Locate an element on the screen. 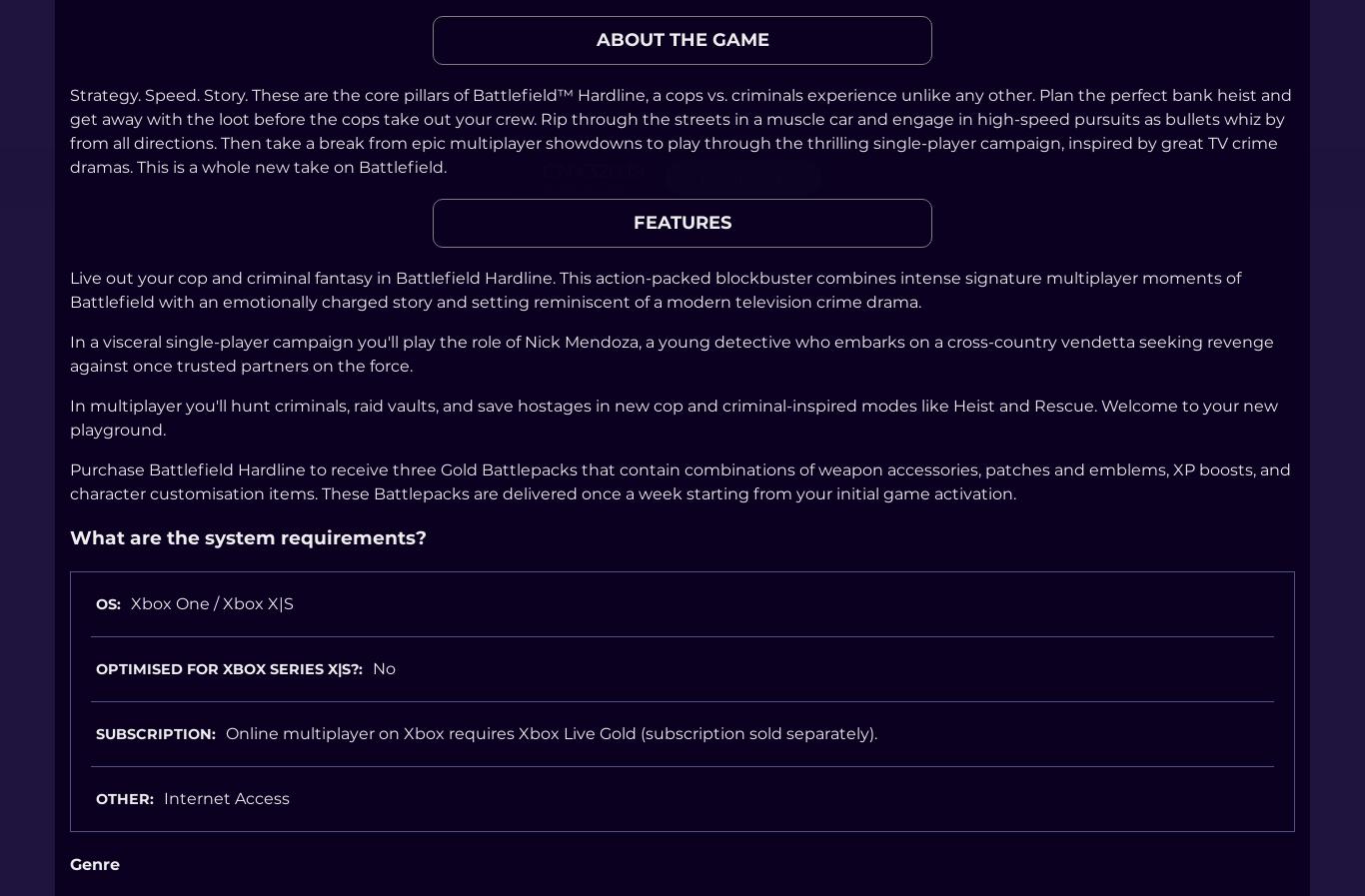 The height and width of the screenshot is (896, 1365). 'CN¥548.99' is located at coordinates (582, 186).